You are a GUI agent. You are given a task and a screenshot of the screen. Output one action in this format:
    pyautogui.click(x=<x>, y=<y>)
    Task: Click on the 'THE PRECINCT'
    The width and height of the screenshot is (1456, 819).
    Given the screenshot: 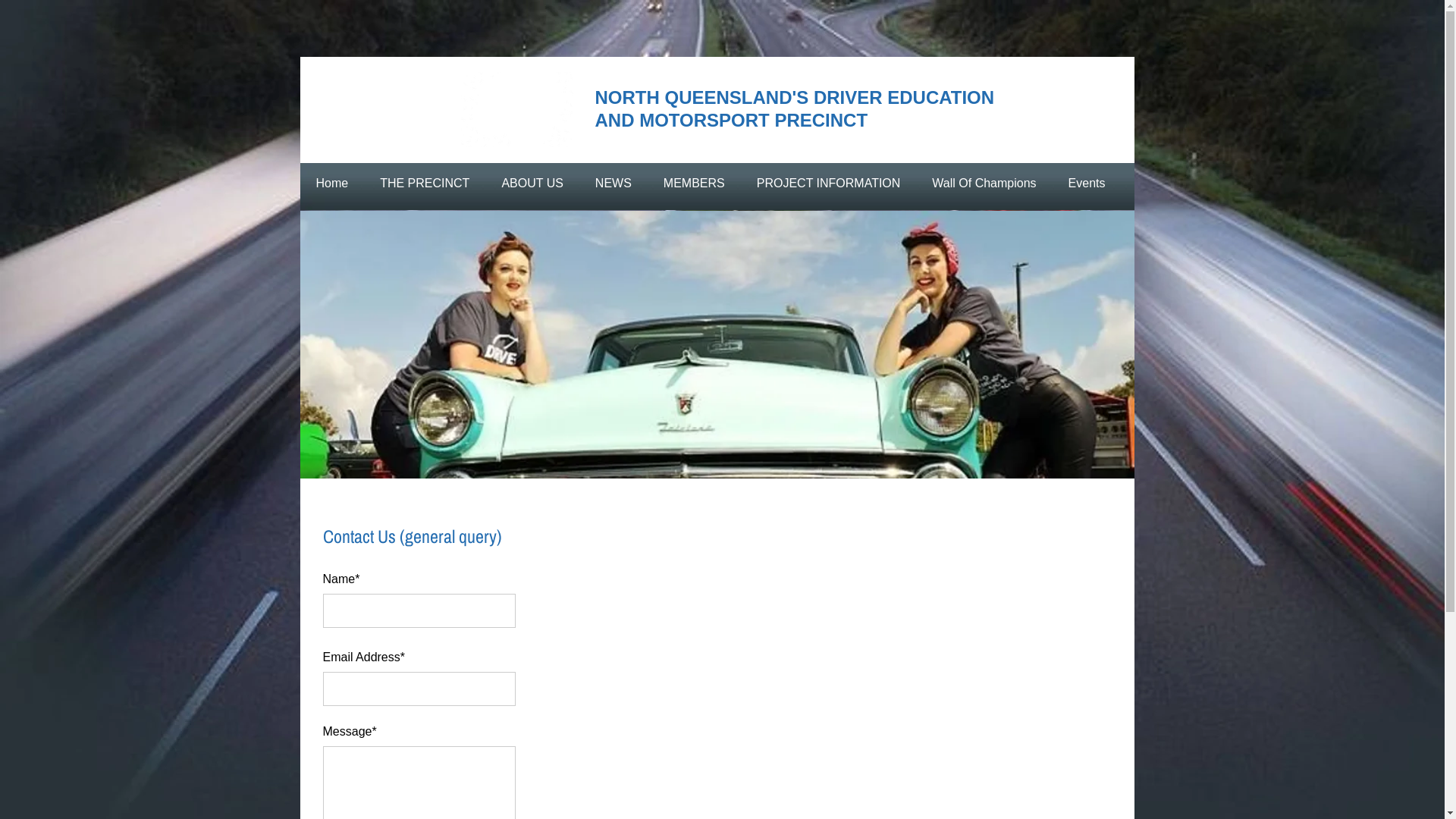 What is the action you would take?
    pyautogui.click(x=425, y=183)
    